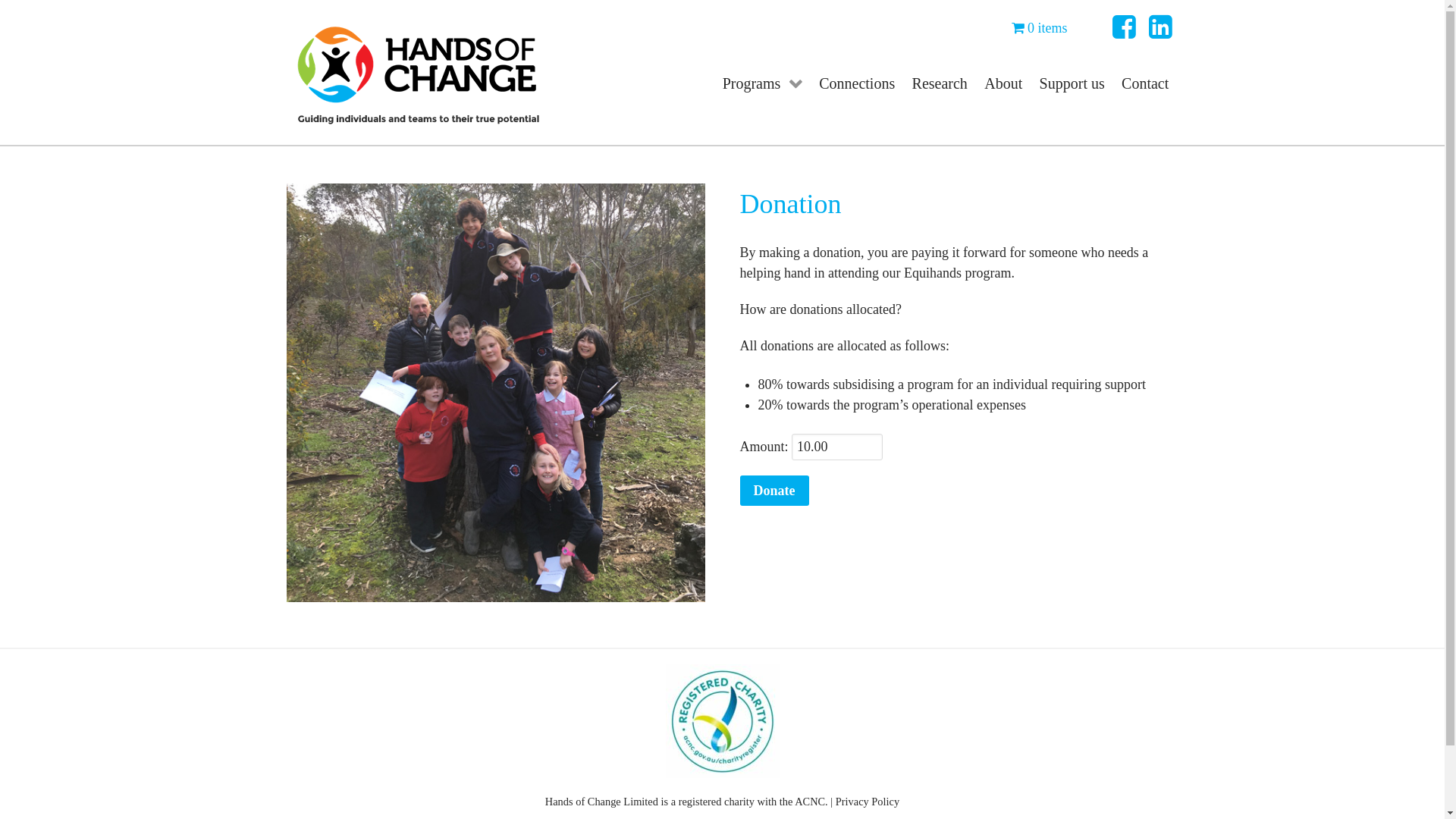 The height and width of the screenshot is (819, 1456). What do you see at coordinates (810, 82) in the screenshot?
I see `'Connections'` at bounding box center [810, 82].